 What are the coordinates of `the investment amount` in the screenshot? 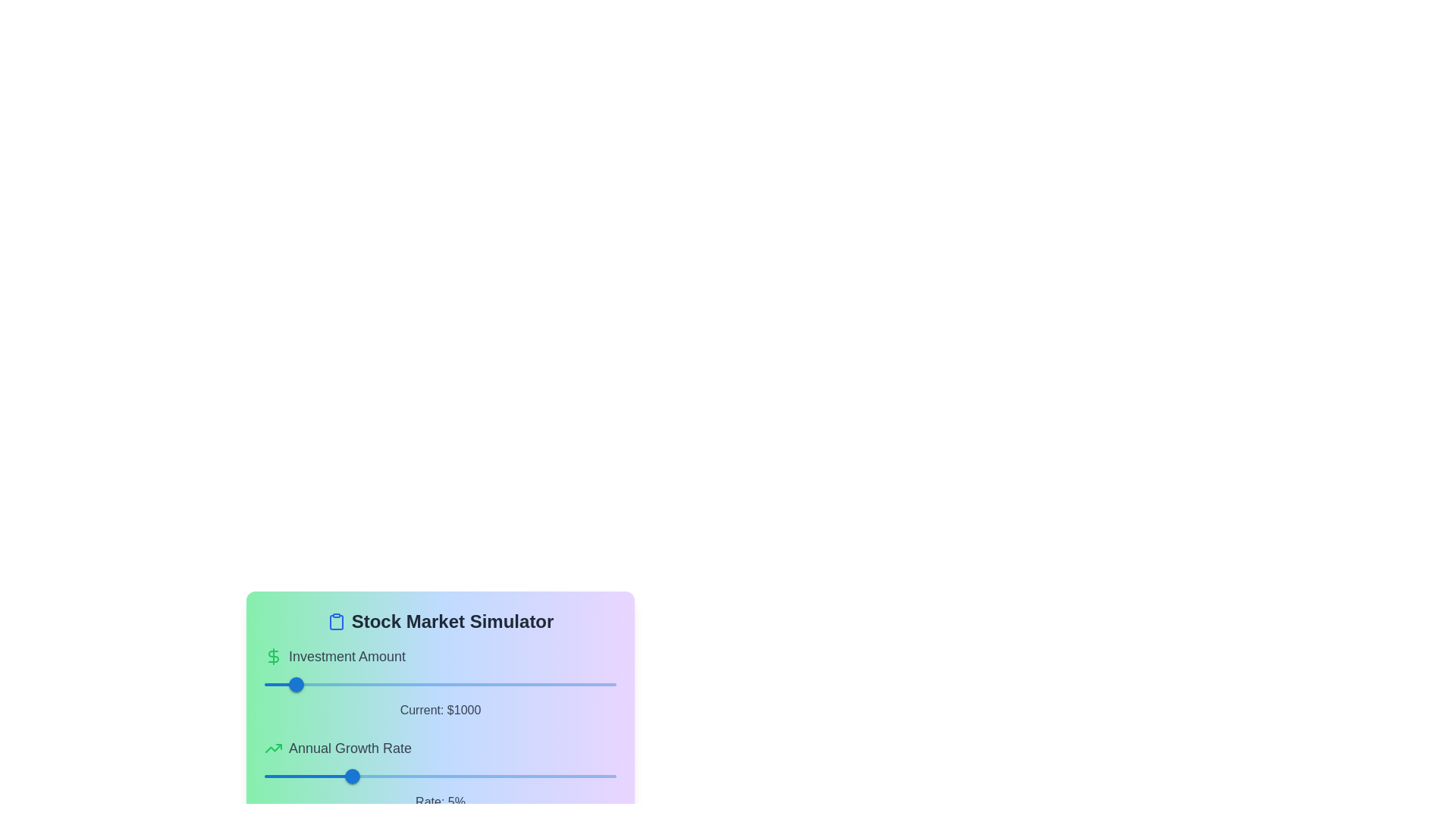 It's located at (521, 684).